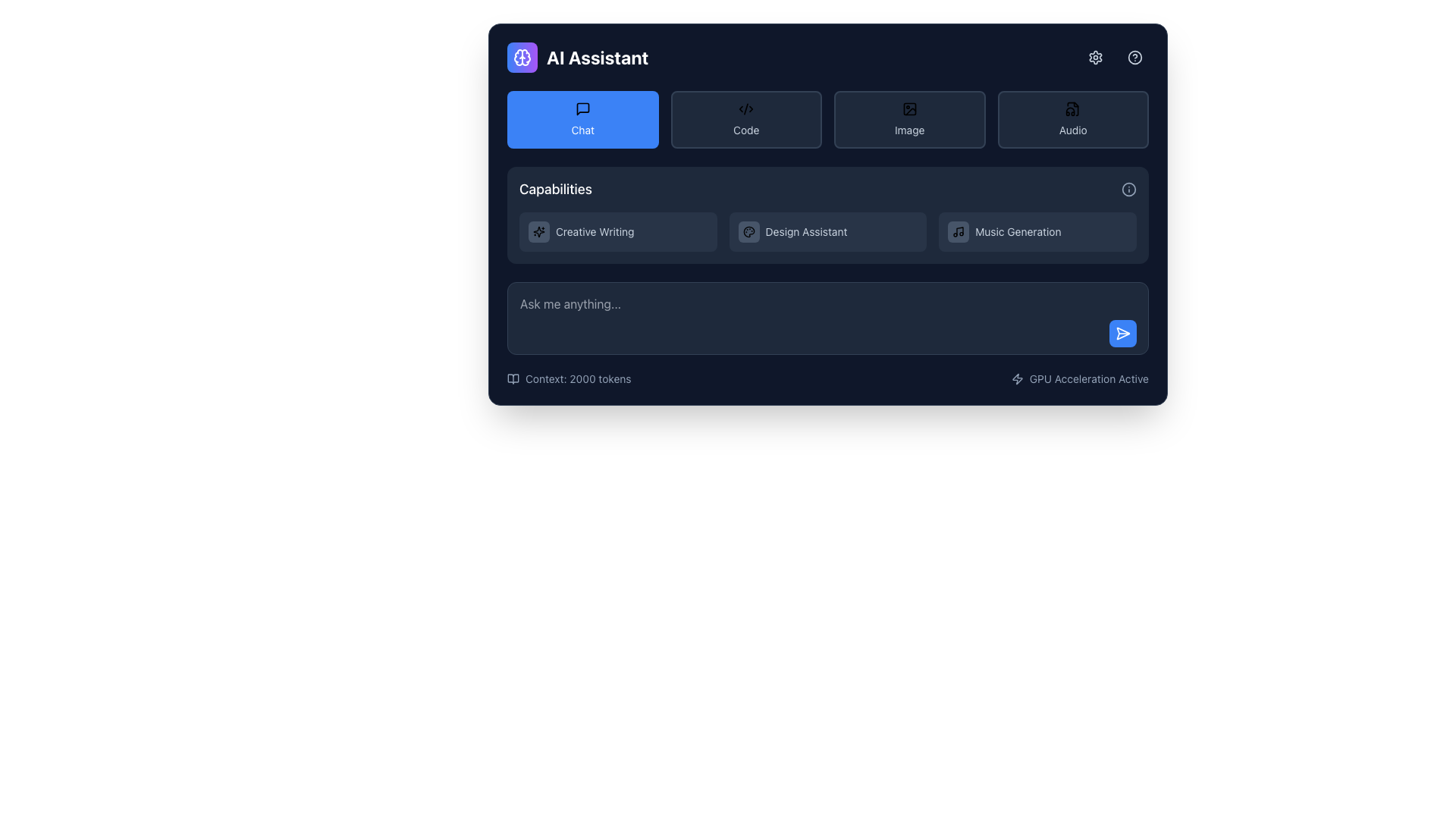 The width and height of the screenshot is (1456, 819). Describe the element at coordinates (827, 231) in the screenshot. I see `the 'Design Assistant' button` at that location.